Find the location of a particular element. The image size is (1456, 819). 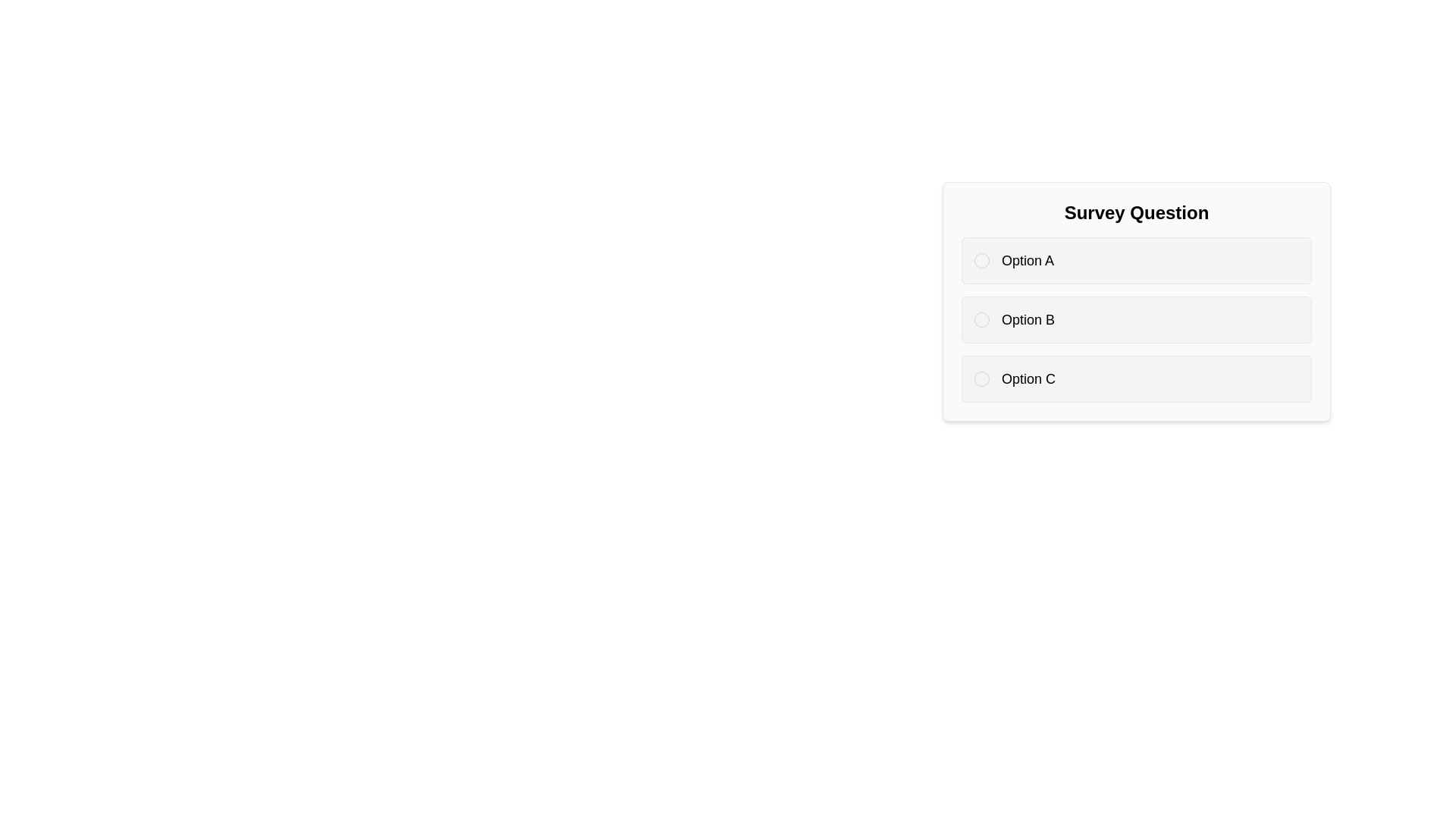

the empty circular radio button to the left of 'Option A' is located at coordinates (982, 259).